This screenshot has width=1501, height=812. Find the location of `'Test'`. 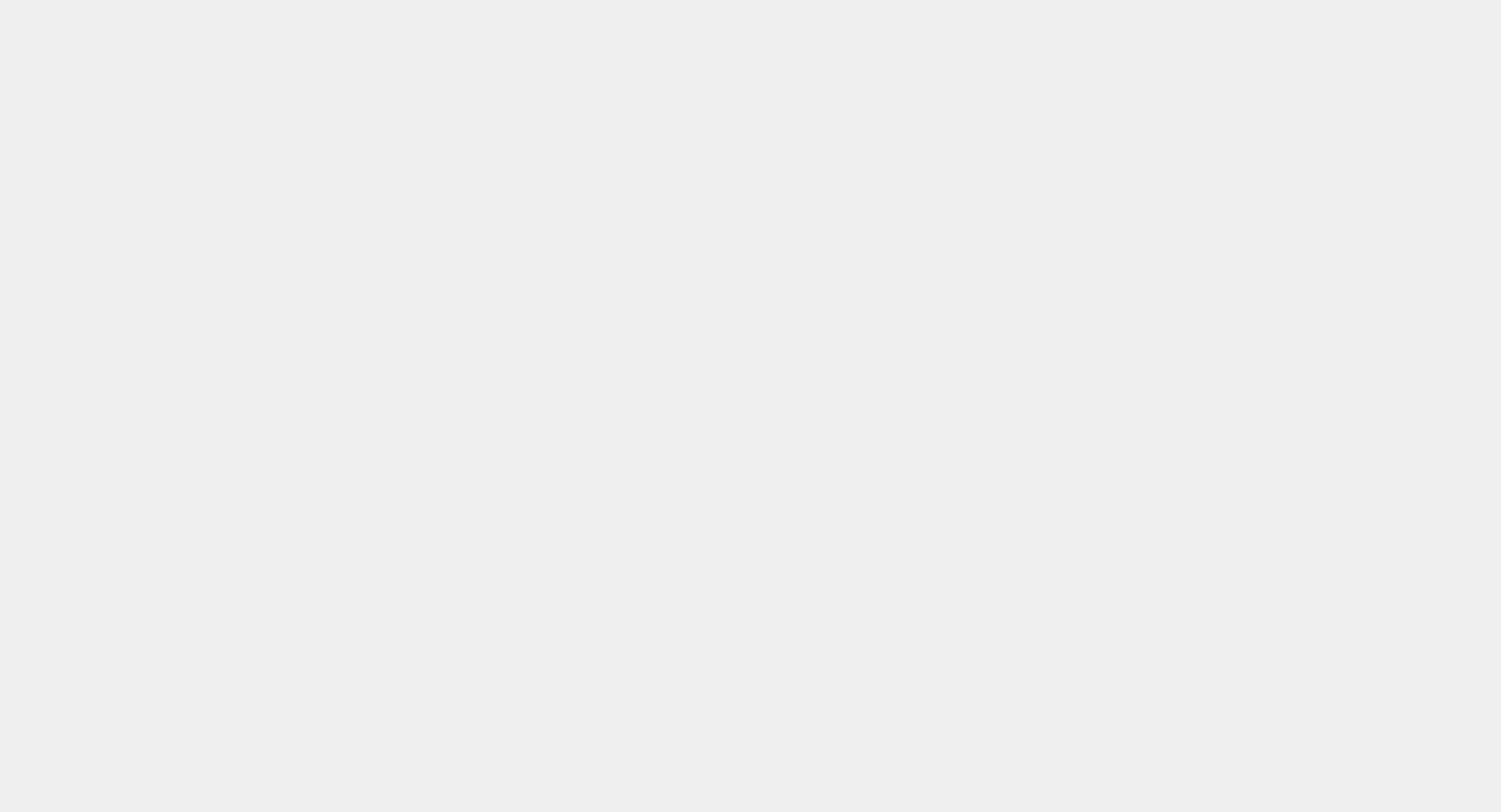

'Test' is located at coordinates (687, 76).